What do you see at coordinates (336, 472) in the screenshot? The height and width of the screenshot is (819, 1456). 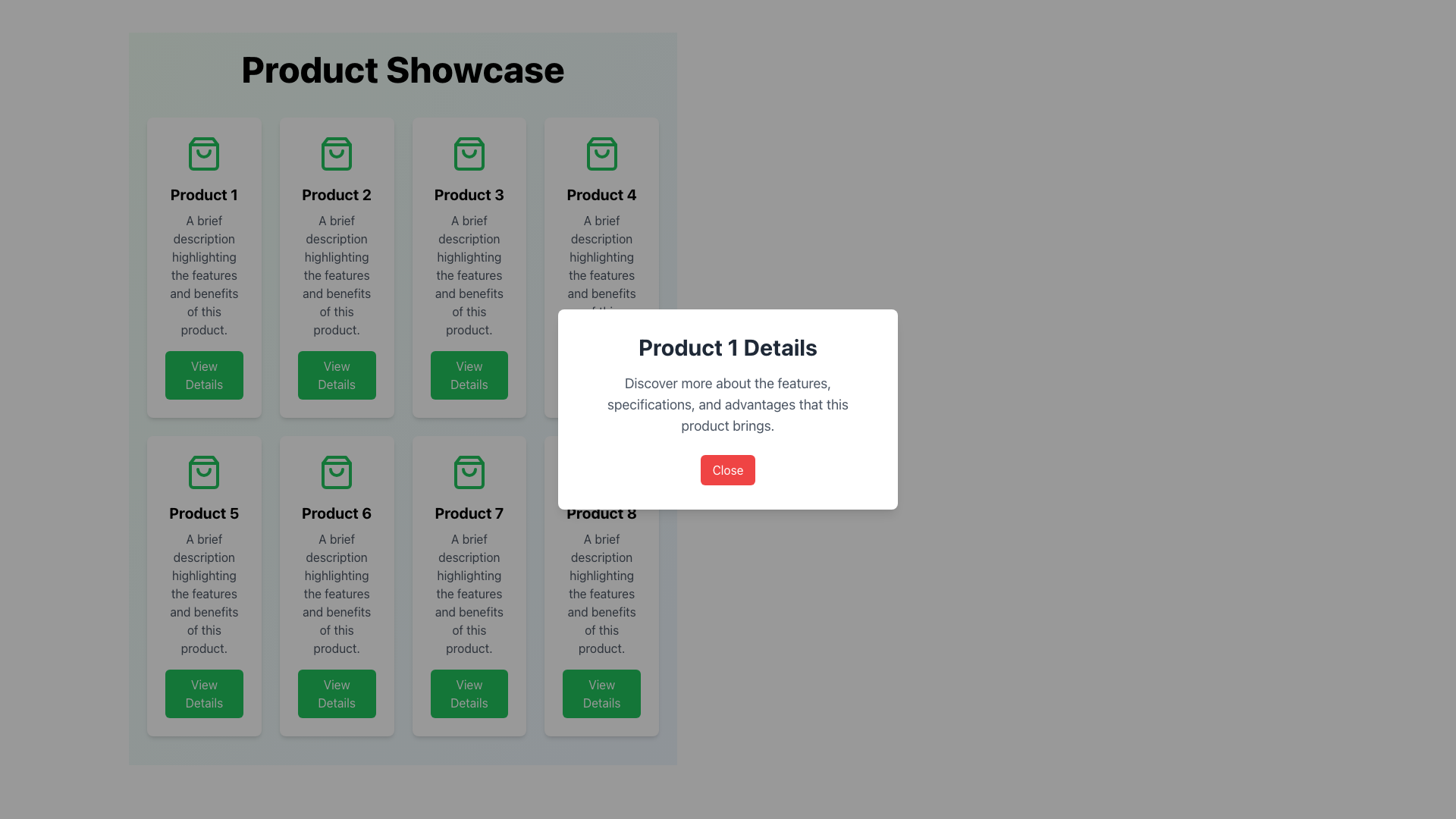 I see `the shopping bag icon representing 'Product 6' to view its associated product details` at bounding box center [336, 472].